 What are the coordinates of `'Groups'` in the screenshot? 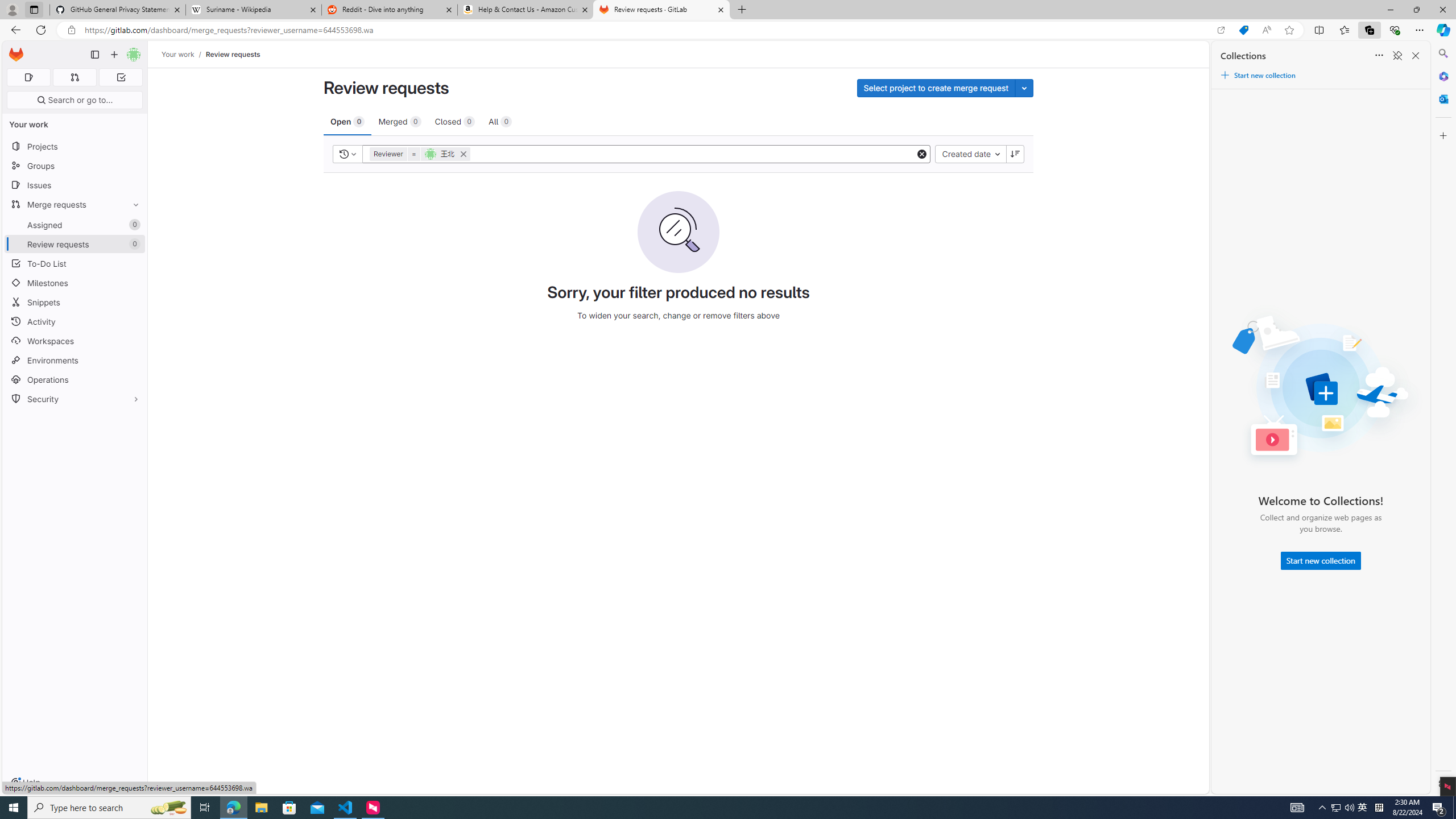 It's located at (74, 166).